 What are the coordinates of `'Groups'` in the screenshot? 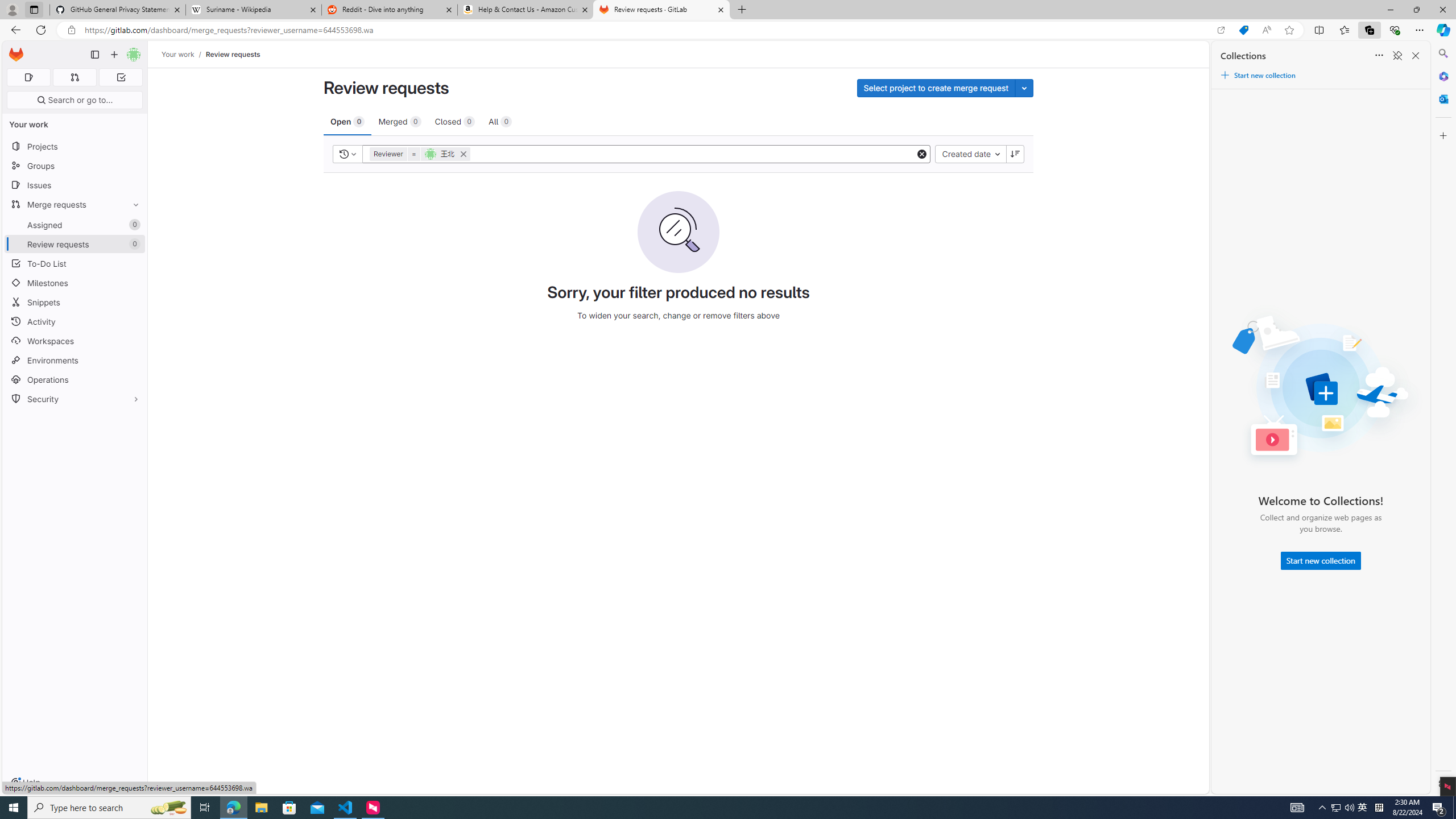 It's located at (74, 166).